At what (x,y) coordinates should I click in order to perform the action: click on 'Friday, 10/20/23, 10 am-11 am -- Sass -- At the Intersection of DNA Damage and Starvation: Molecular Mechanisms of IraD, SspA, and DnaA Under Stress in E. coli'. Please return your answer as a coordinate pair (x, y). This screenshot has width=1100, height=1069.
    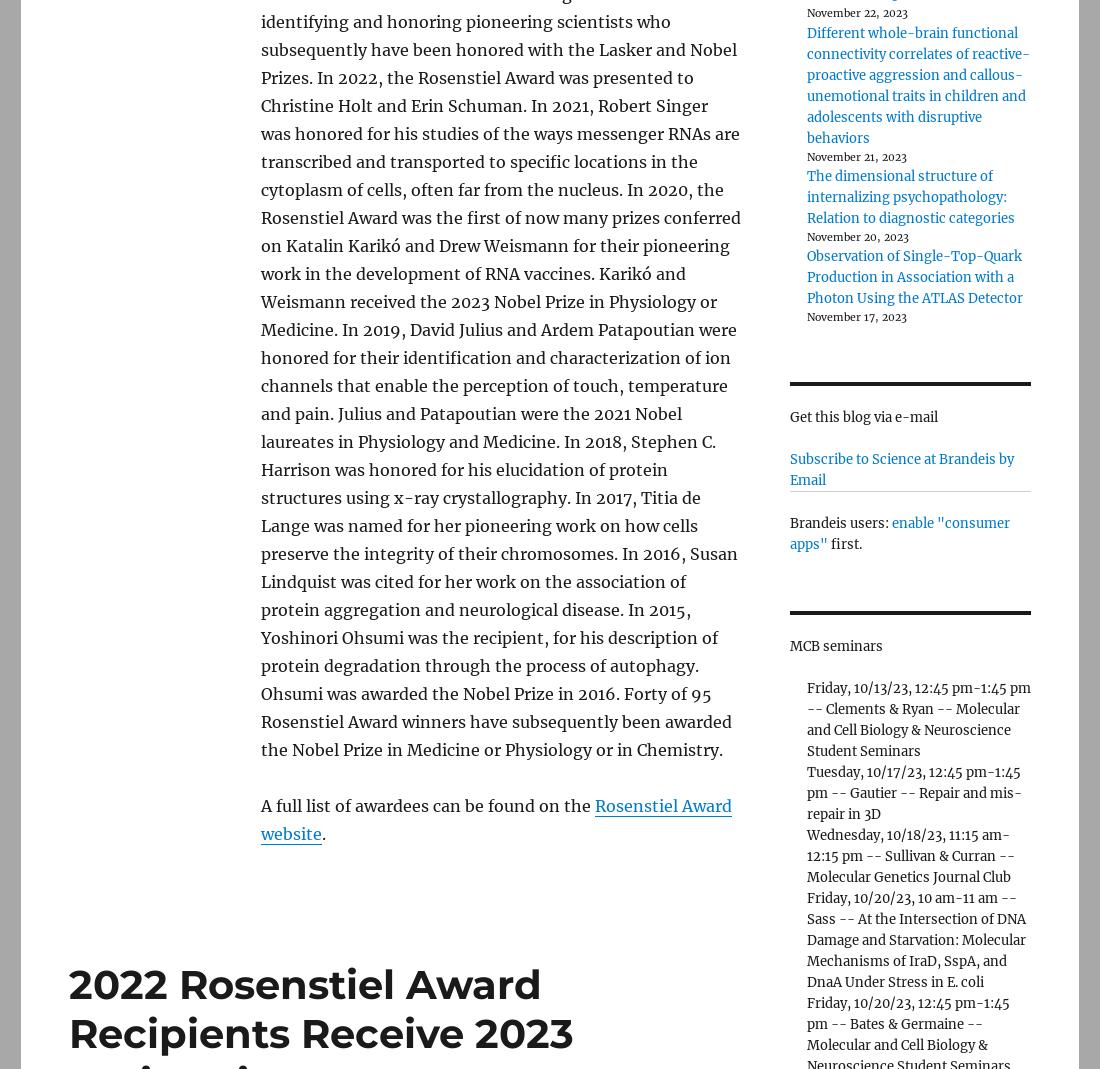
    Looking at the image, I should click on (915, 938).